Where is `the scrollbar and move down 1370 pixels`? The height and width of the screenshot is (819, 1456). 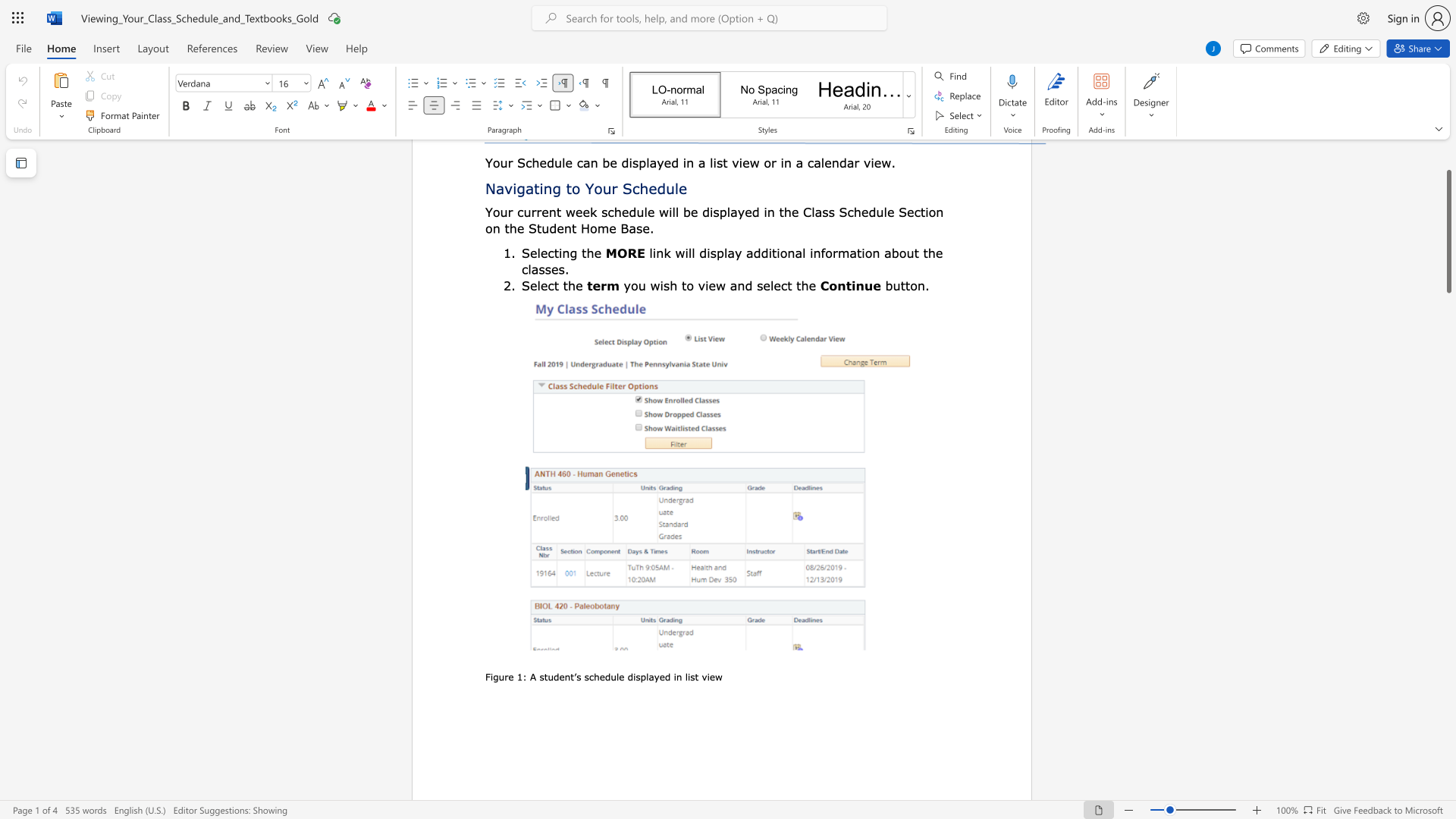 the scrollbar and move down 1370 pixels is located at coordinates (1448, 231).